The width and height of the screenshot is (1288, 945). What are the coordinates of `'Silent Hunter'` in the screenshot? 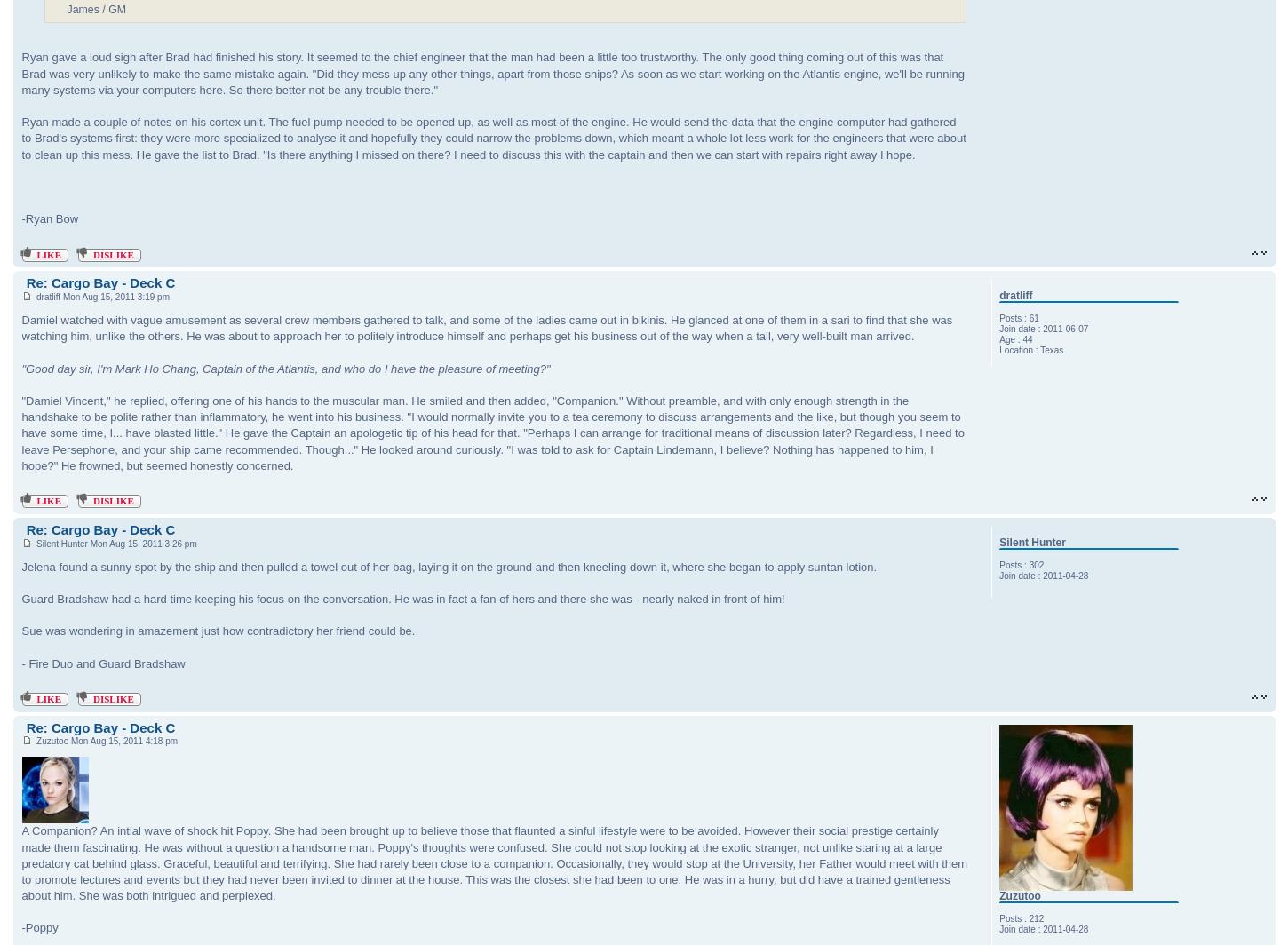 It's located at (1031, 541).